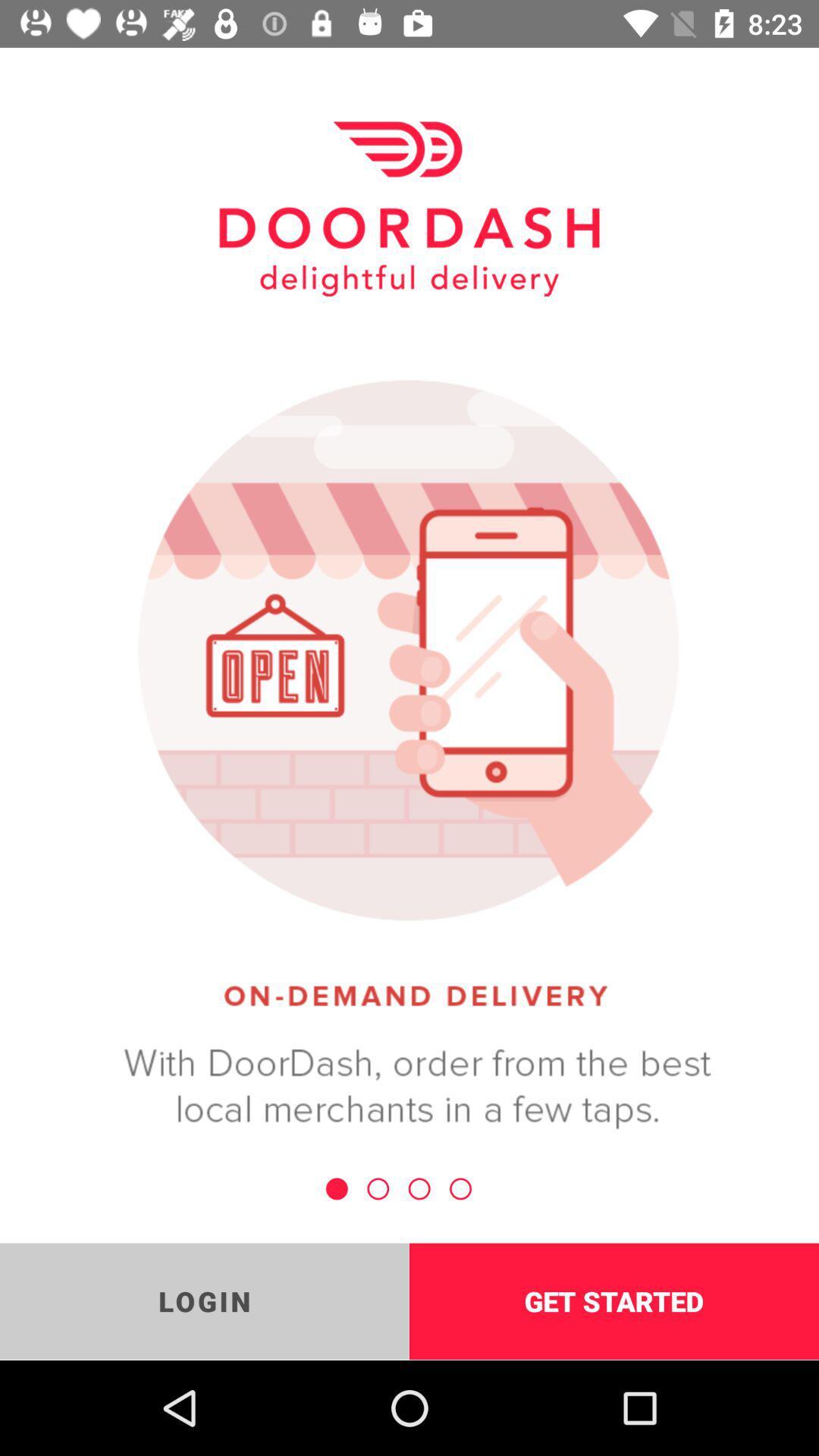 Image resolution: width=819 pixels, height=1456 pixels. Describe the element at coordinates (205, 1301) in the screenshot. I see `login item` at that location.